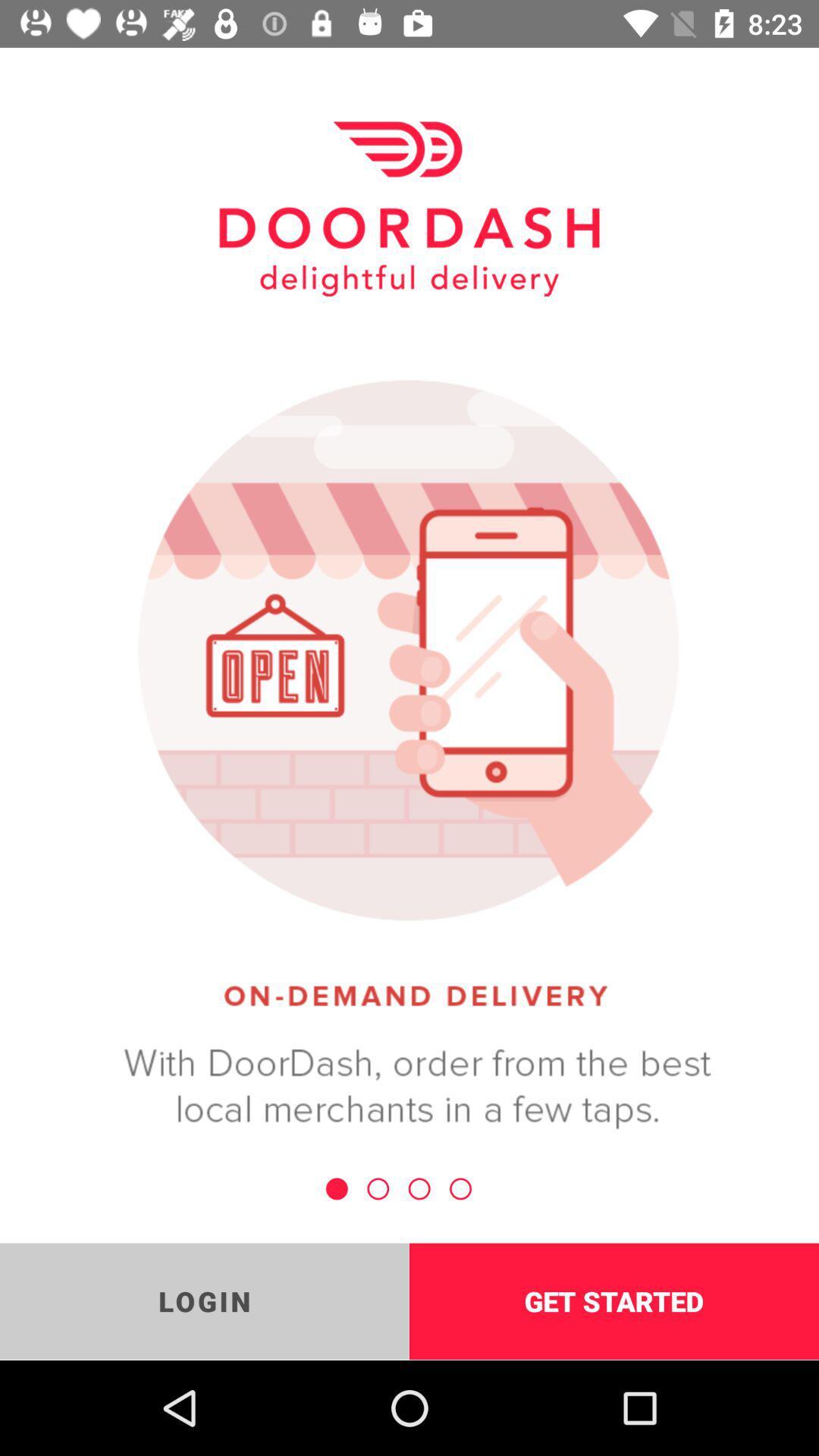 Image resolution: width=819 pixels, height=1456 pixels. Describe the element at coordinates (205, 1301) in the screenshot. I see `login item` at that location.